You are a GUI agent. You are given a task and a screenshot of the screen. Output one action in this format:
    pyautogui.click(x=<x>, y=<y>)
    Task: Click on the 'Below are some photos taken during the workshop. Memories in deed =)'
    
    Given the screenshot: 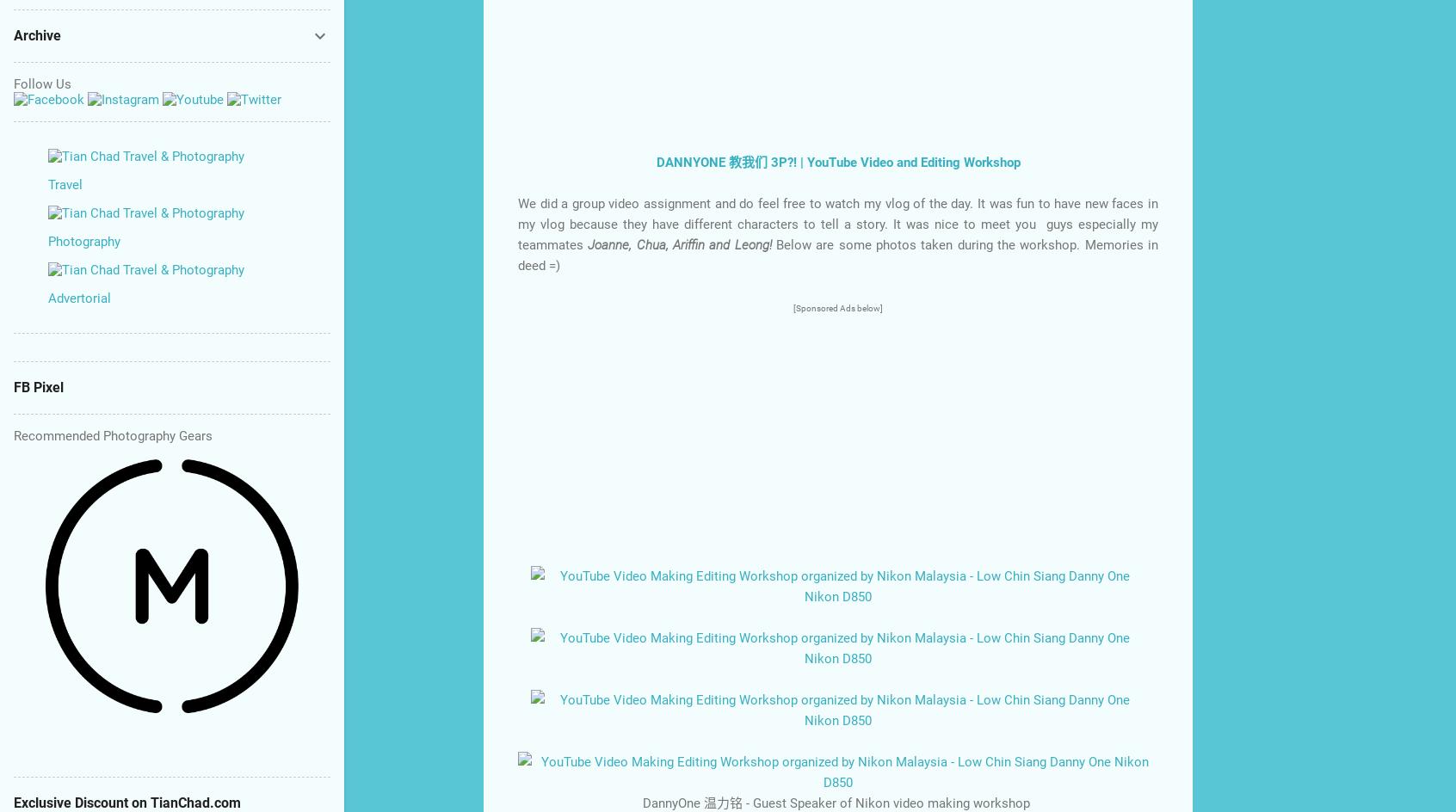 What is the action you would take?
    pyautogui.click(x=838, y=254)
    